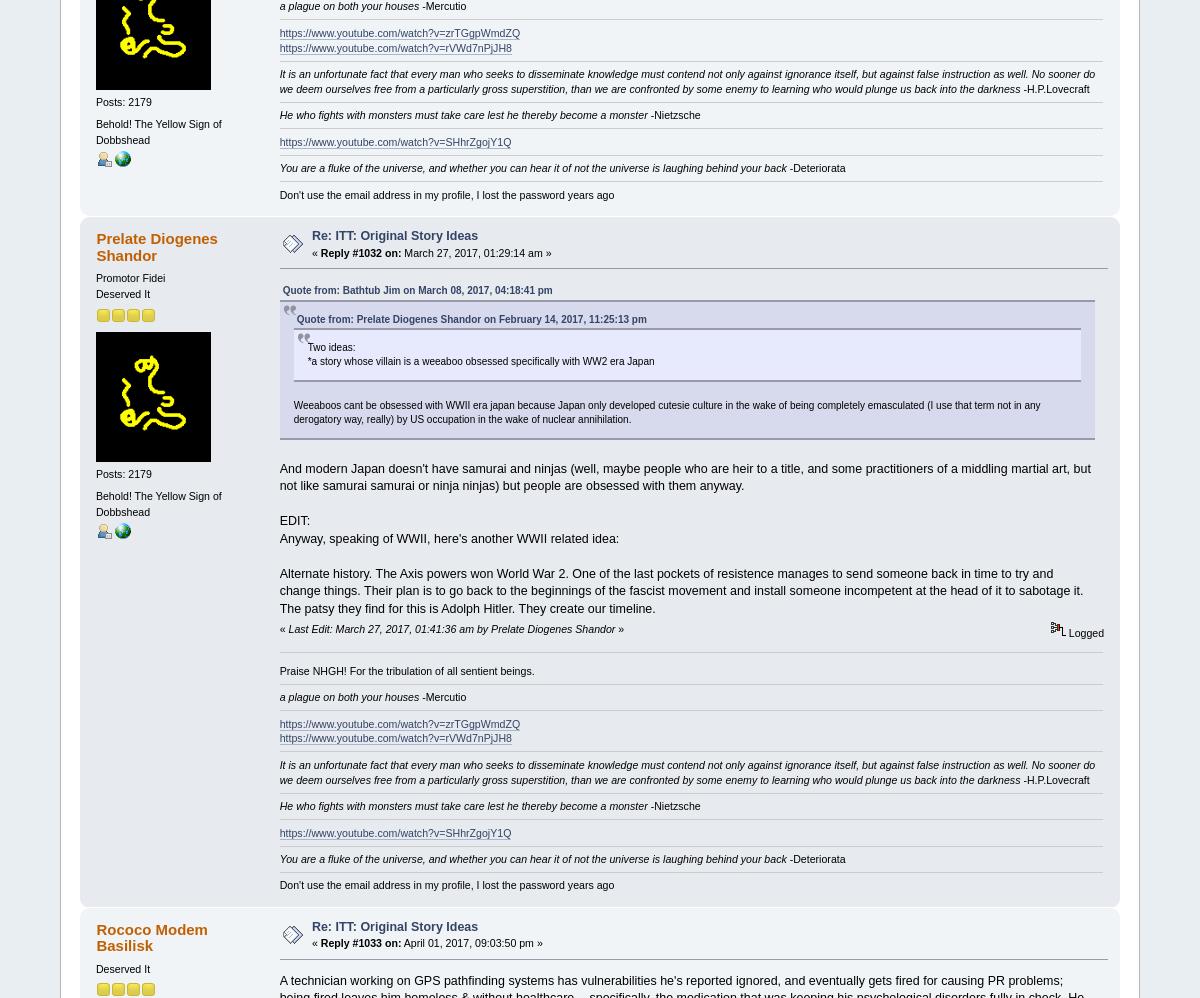  Describe the element at coordinates (330, 347) in the screenshot. I see `'Two ideas:'` at that location.